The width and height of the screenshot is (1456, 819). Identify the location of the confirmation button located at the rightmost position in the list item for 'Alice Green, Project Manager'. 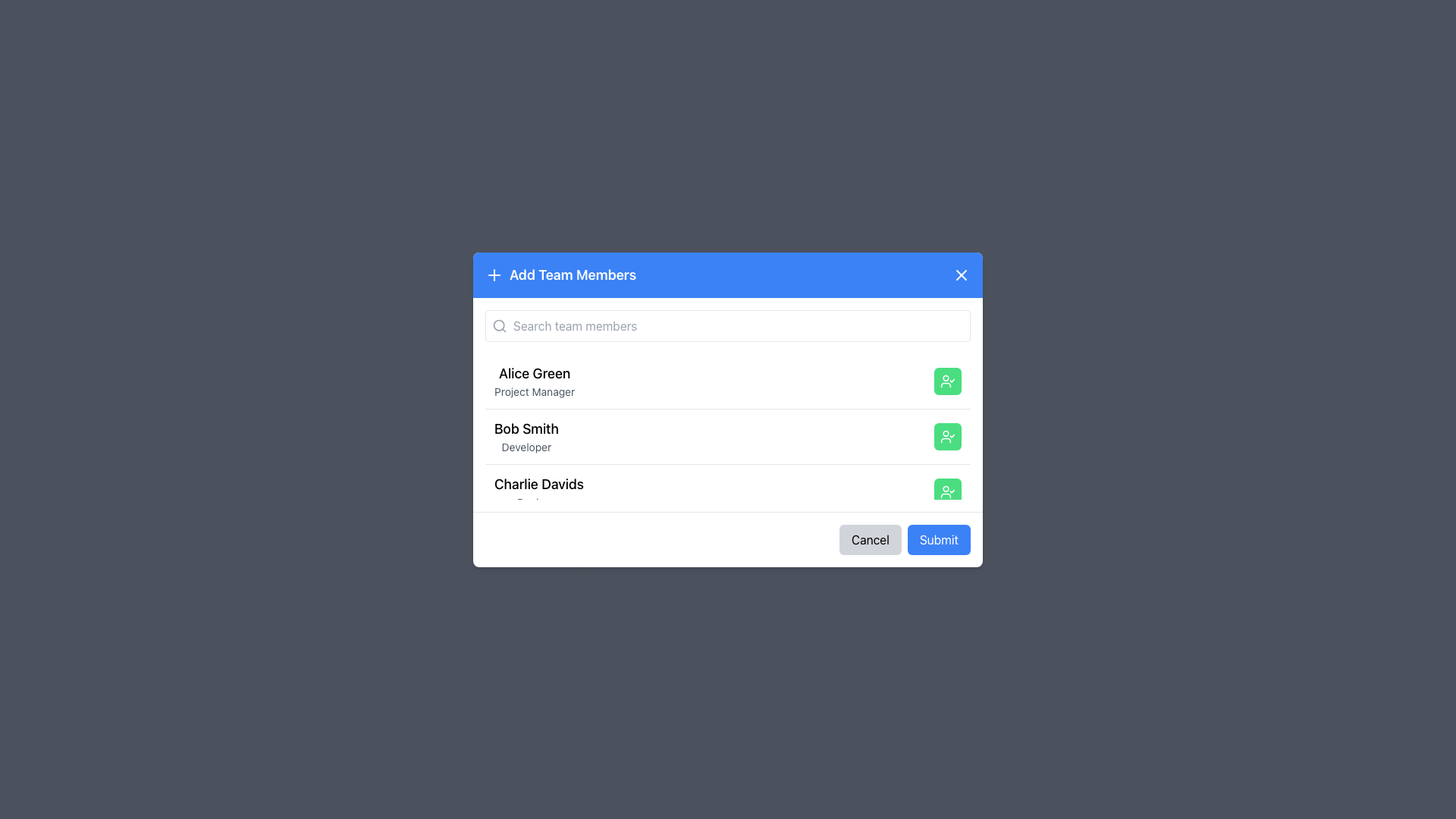
(946, 379).